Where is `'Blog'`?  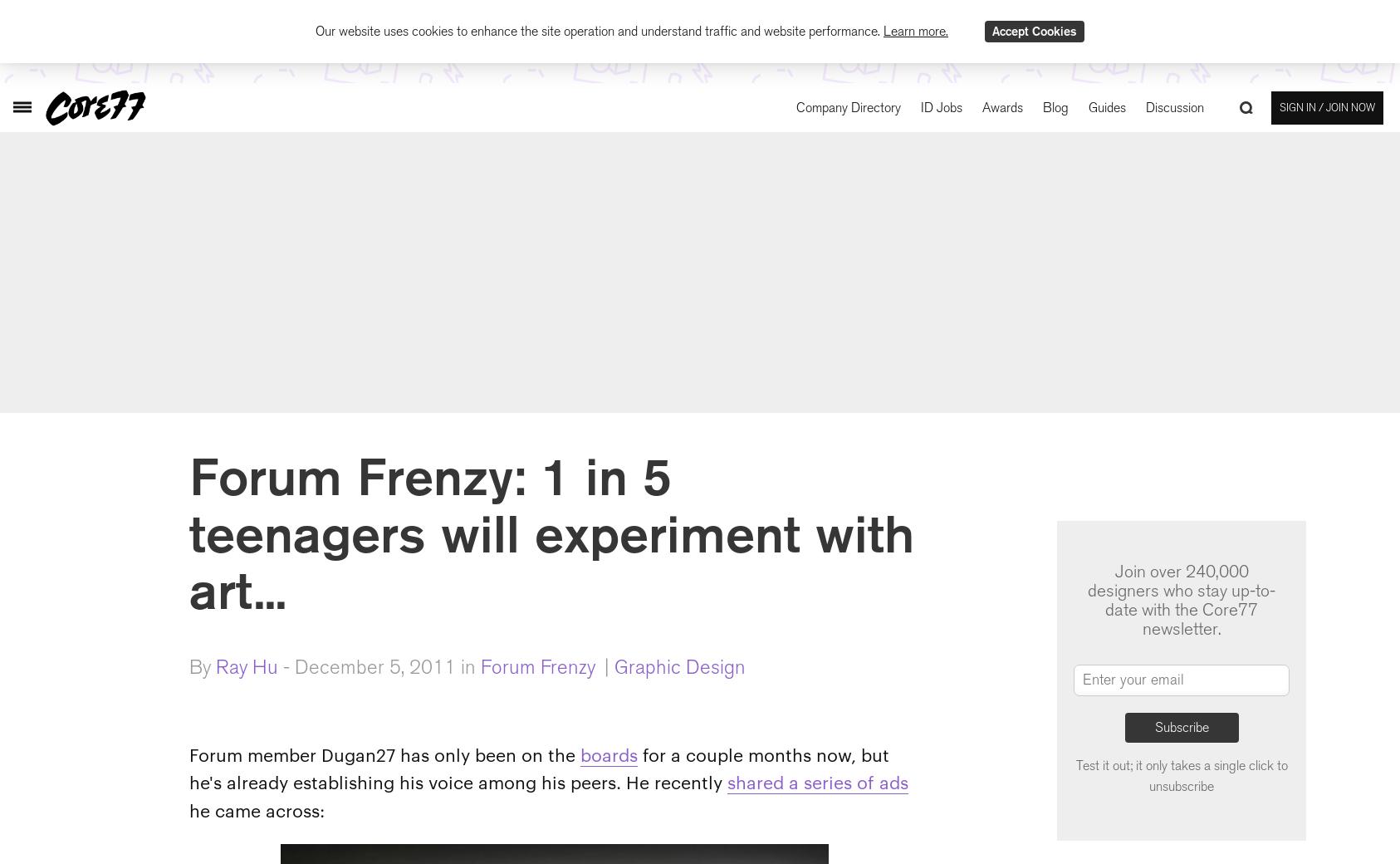 'Blog' is located at coordinates (1055, 106).